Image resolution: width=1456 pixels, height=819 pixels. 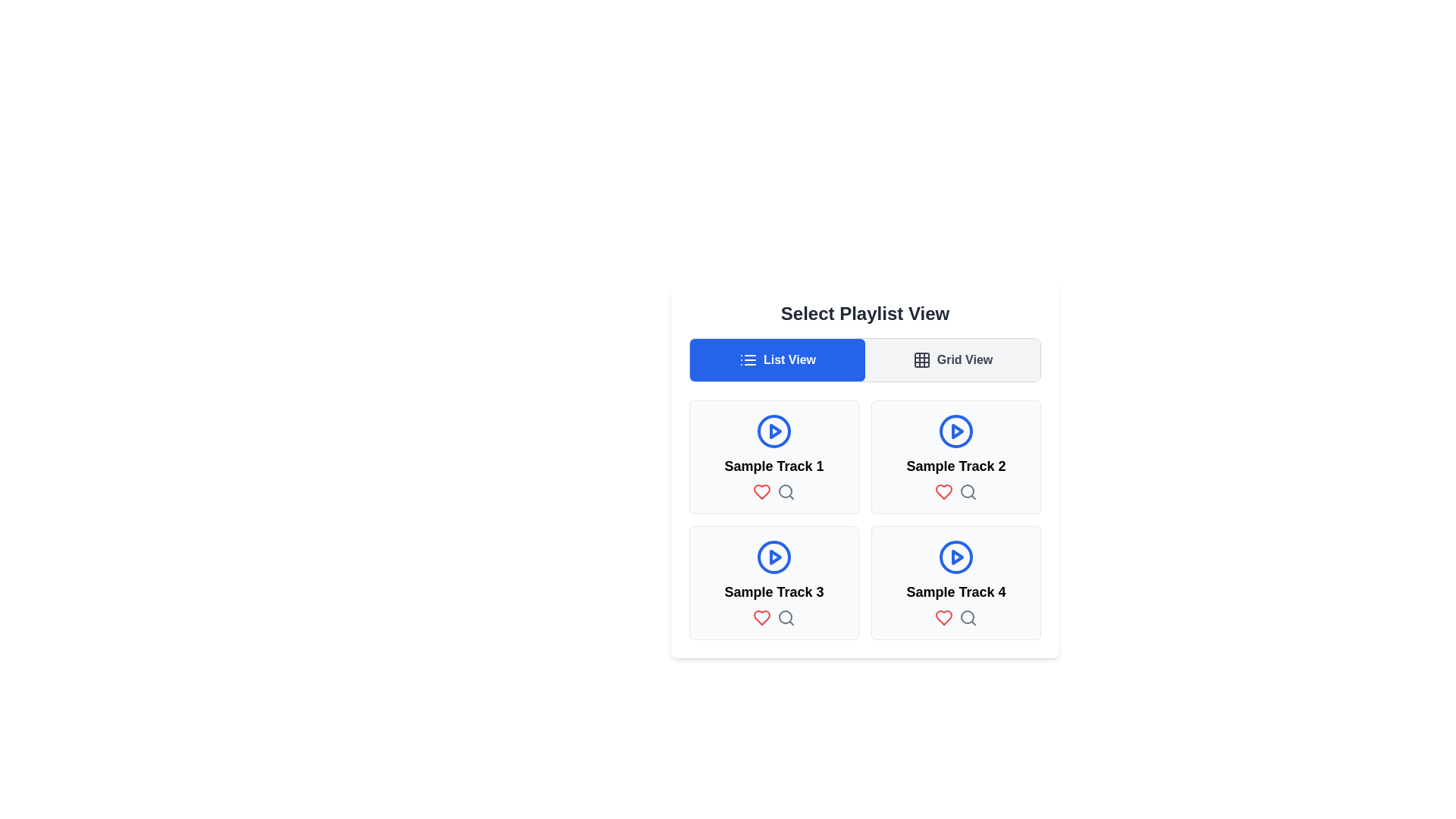 I want to click on the search or zoom functionality icon located beneath 'Sample Track 2', so click(x=967, y=491).